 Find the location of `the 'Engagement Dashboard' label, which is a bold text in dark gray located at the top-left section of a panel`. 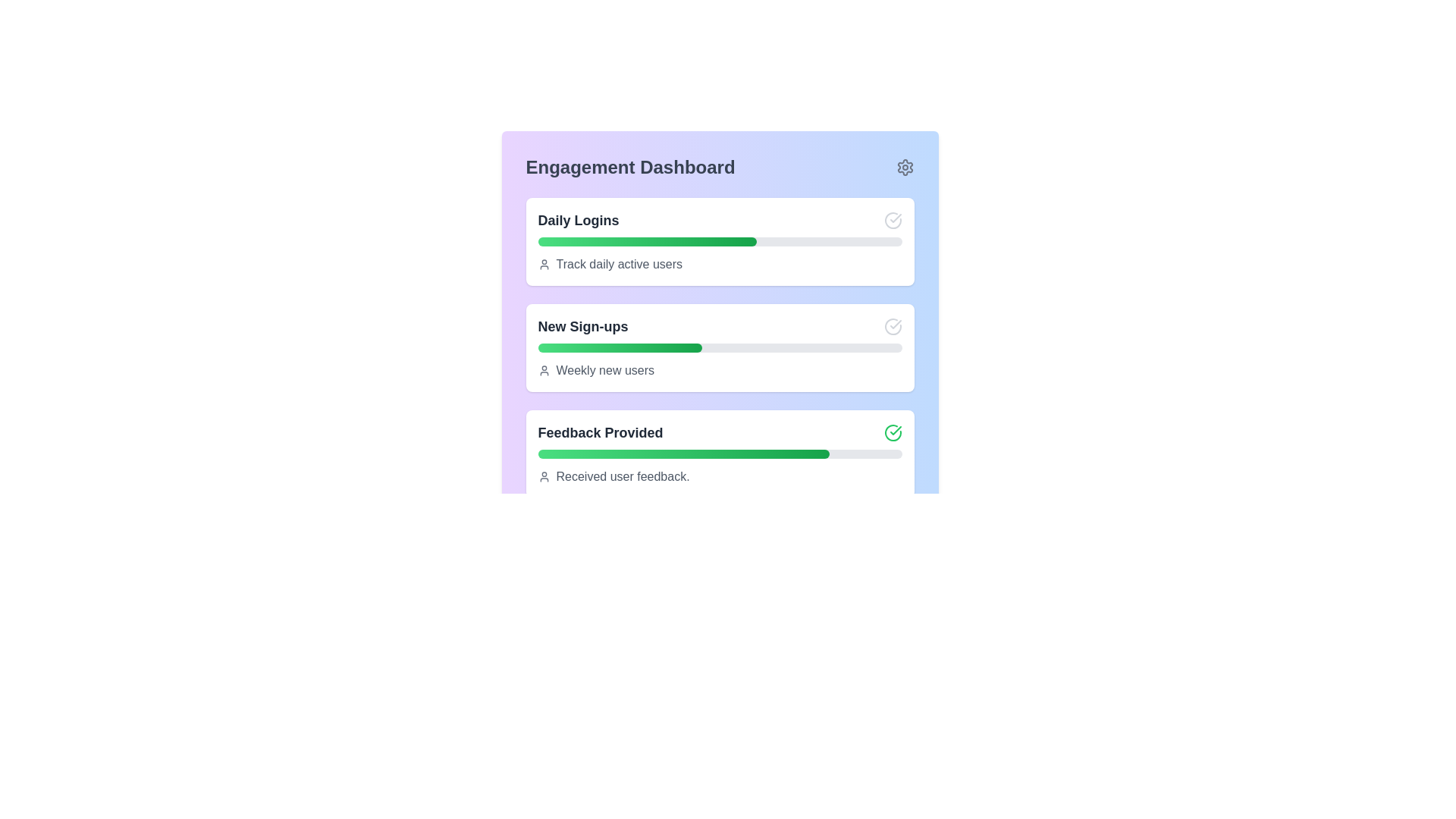

the 'Engagement Dashboard' label, which is a bold text in dark gray located at the top-left section of a panel is located at coordinates (630, 167).